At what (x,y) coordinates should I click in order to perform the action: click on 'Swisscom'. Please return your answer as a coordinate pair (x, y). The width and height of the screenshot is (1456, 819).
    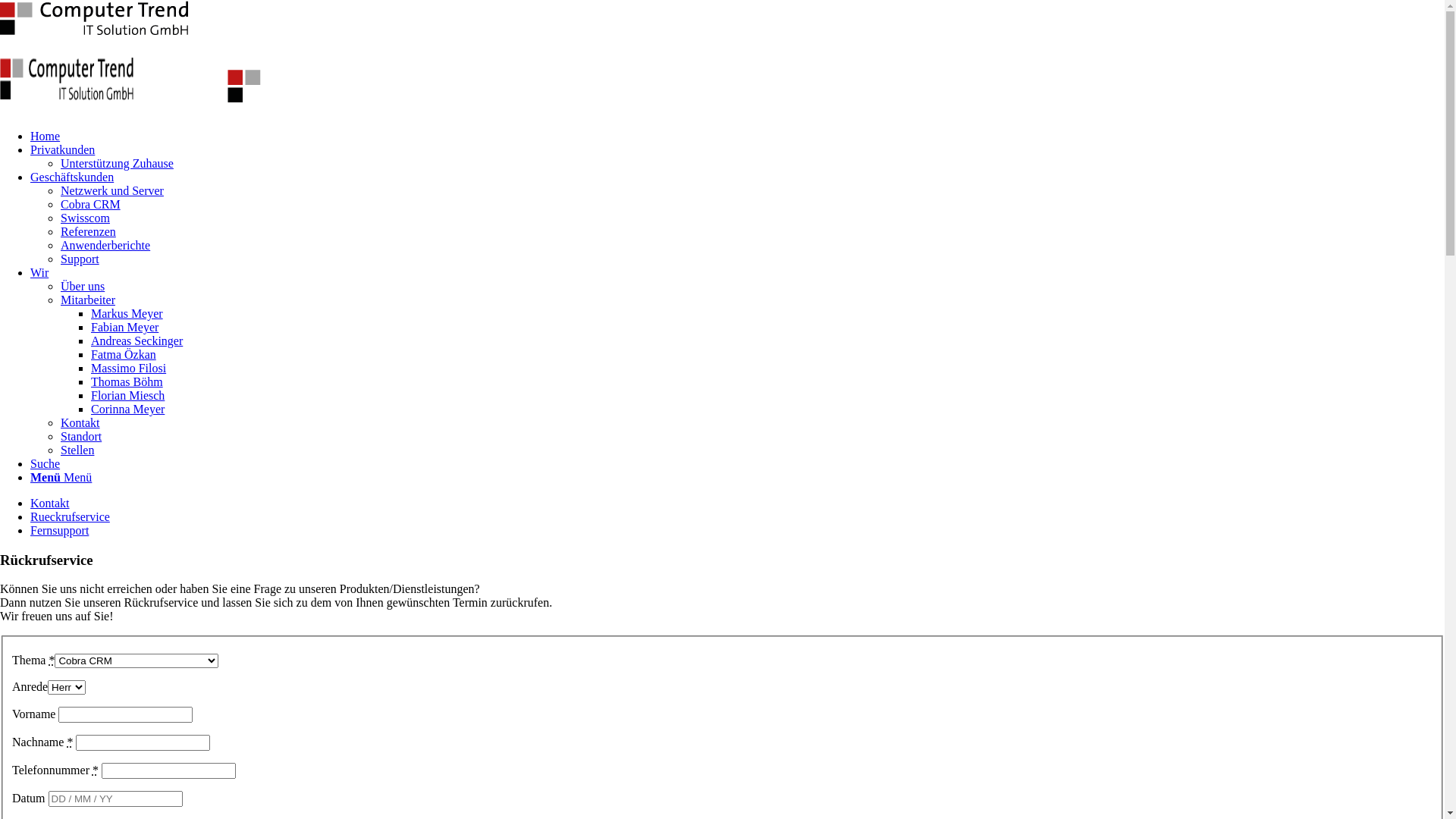
    Looking at the image, I should click on (84, 218).